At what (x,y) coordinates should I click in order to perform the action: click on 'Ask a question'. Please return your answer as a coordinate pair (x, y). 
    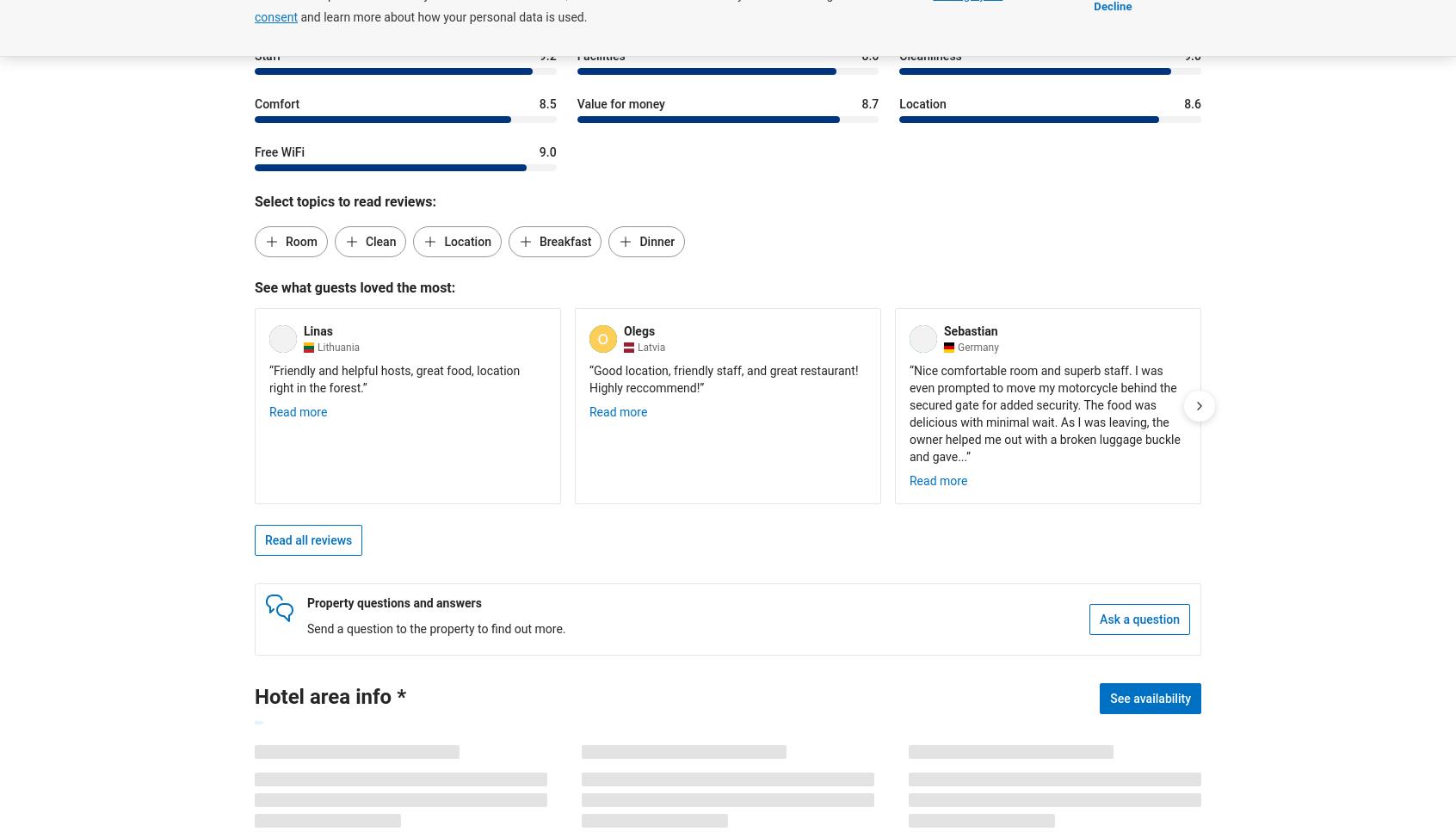
    Looking at the image, I should click on (1098, 619).